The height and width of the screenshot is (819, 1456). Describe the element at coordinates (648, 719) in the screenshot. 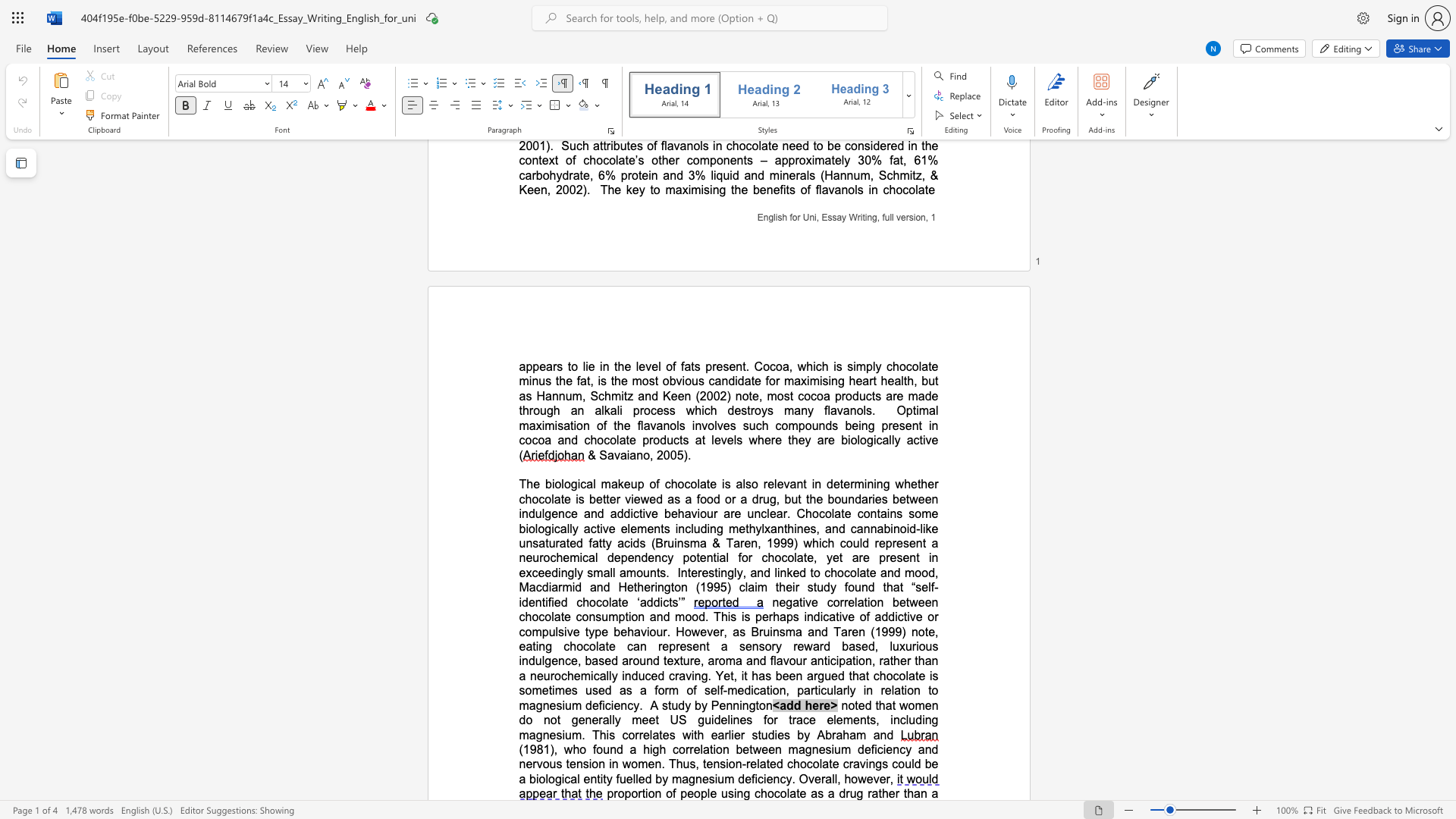

I see `the subset text "et" within the text "generally meet"` at that location.